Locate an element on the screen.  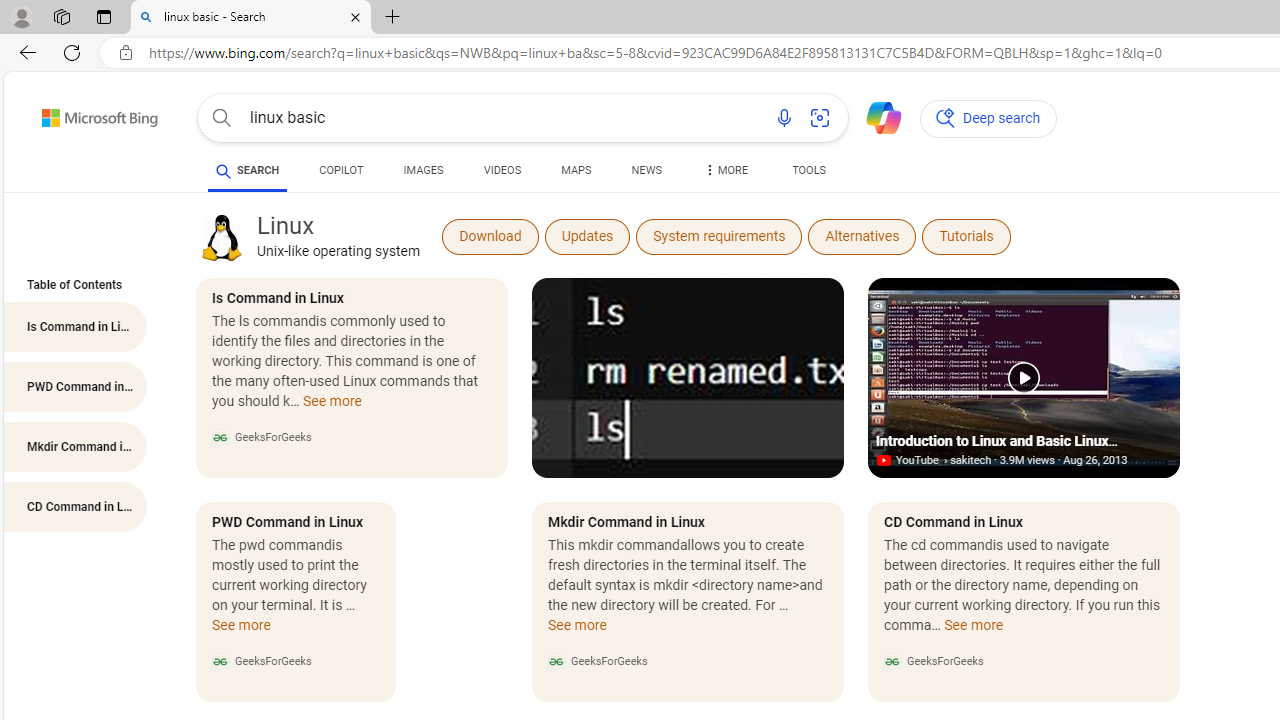
'linux basic - Search' is located at coordinates (249, 17).